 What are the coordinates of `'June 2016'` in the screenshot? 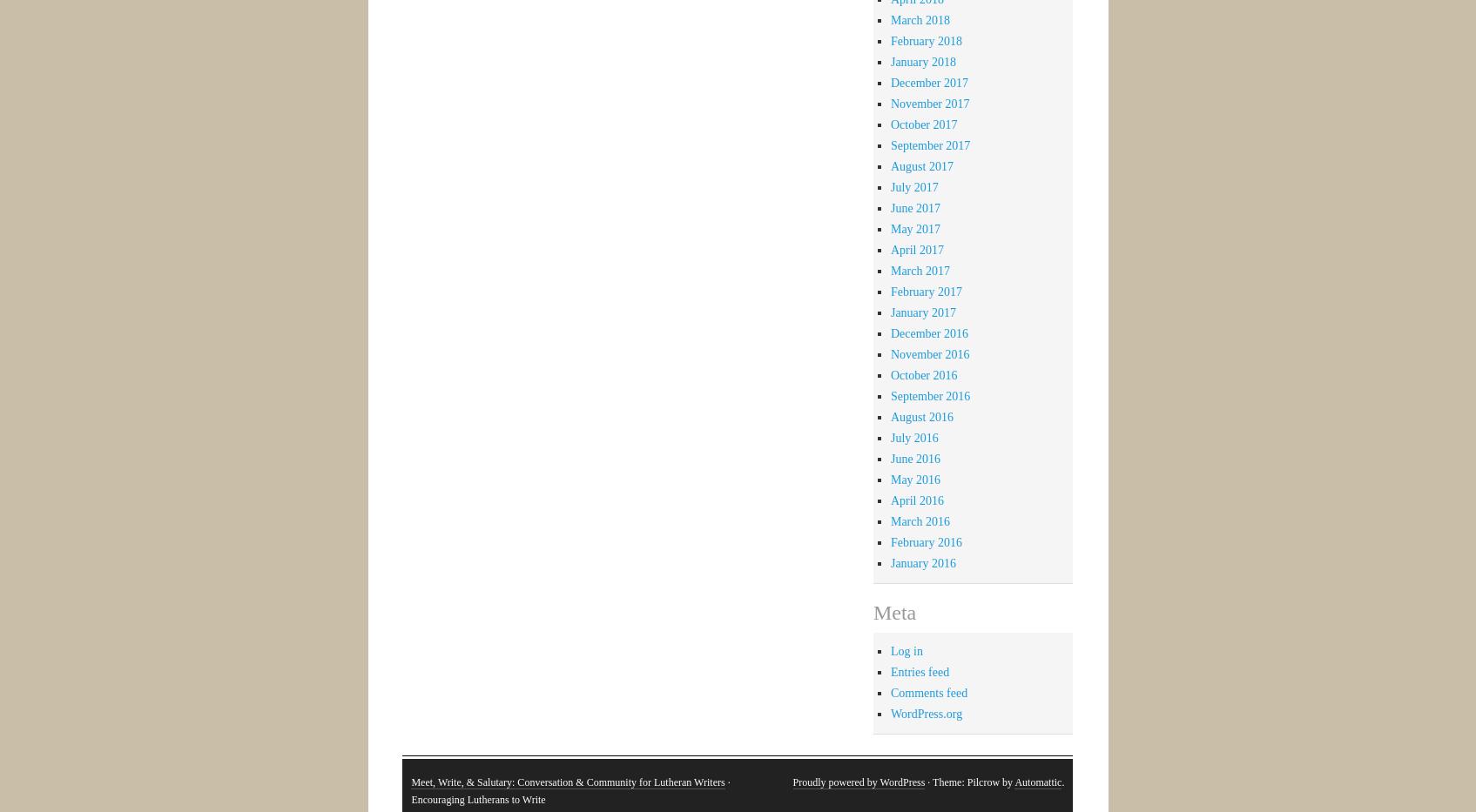 It's located at (915, 457).